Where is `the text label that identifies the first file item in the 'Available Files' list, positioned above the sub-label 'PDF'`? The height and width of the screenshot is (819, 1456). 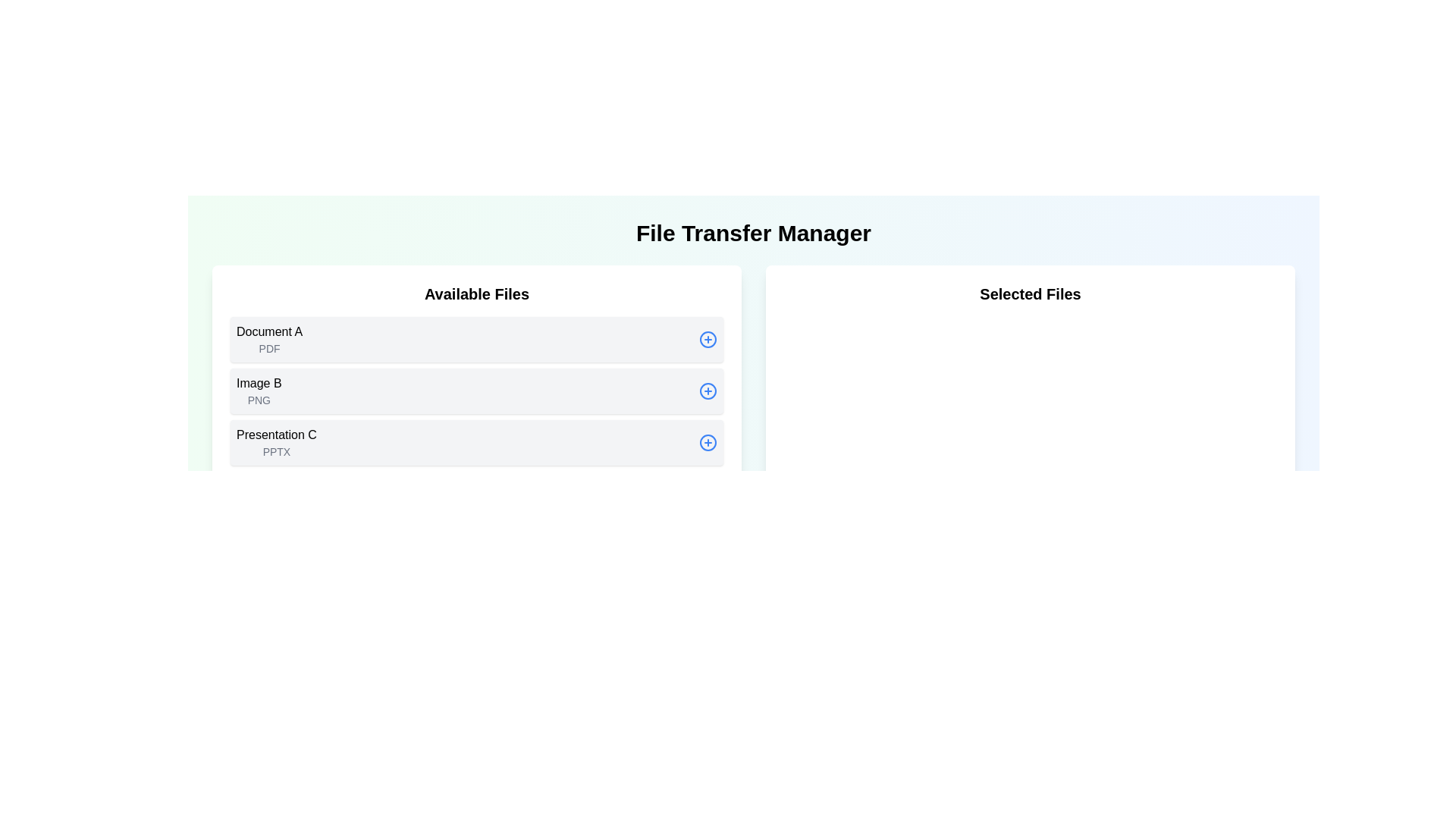
the text label that identifies the first file item in the 'Available Files' list, positioned above the sub-label 'PDF' is located at coordinates (269, 331).